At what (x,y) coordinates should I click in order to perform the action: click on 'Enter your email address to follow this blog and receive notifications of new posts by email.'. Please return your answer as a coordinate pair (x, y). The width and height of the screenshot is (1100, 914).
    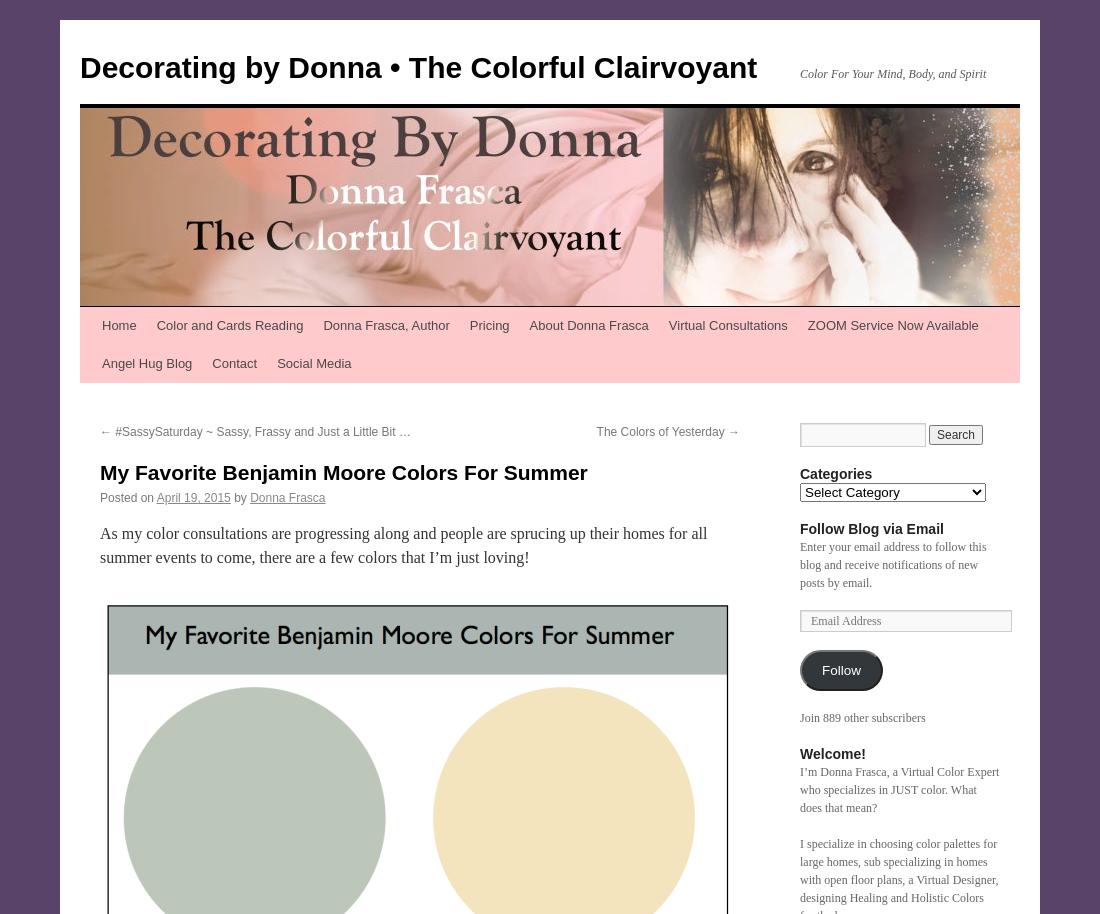
    Looking at the image, I should click on (891, 565).